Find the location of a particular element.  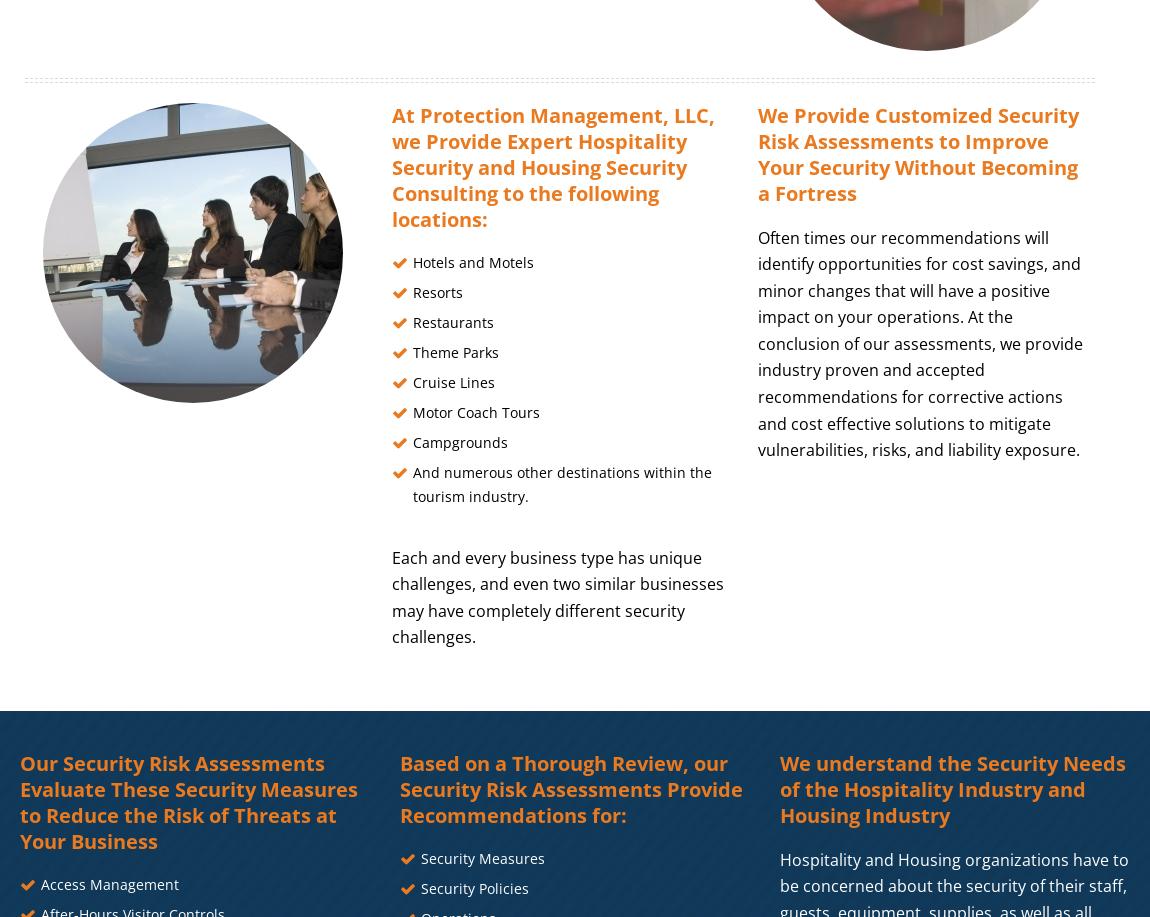

'Cruise Lines' is located at coordinates (412, 380).